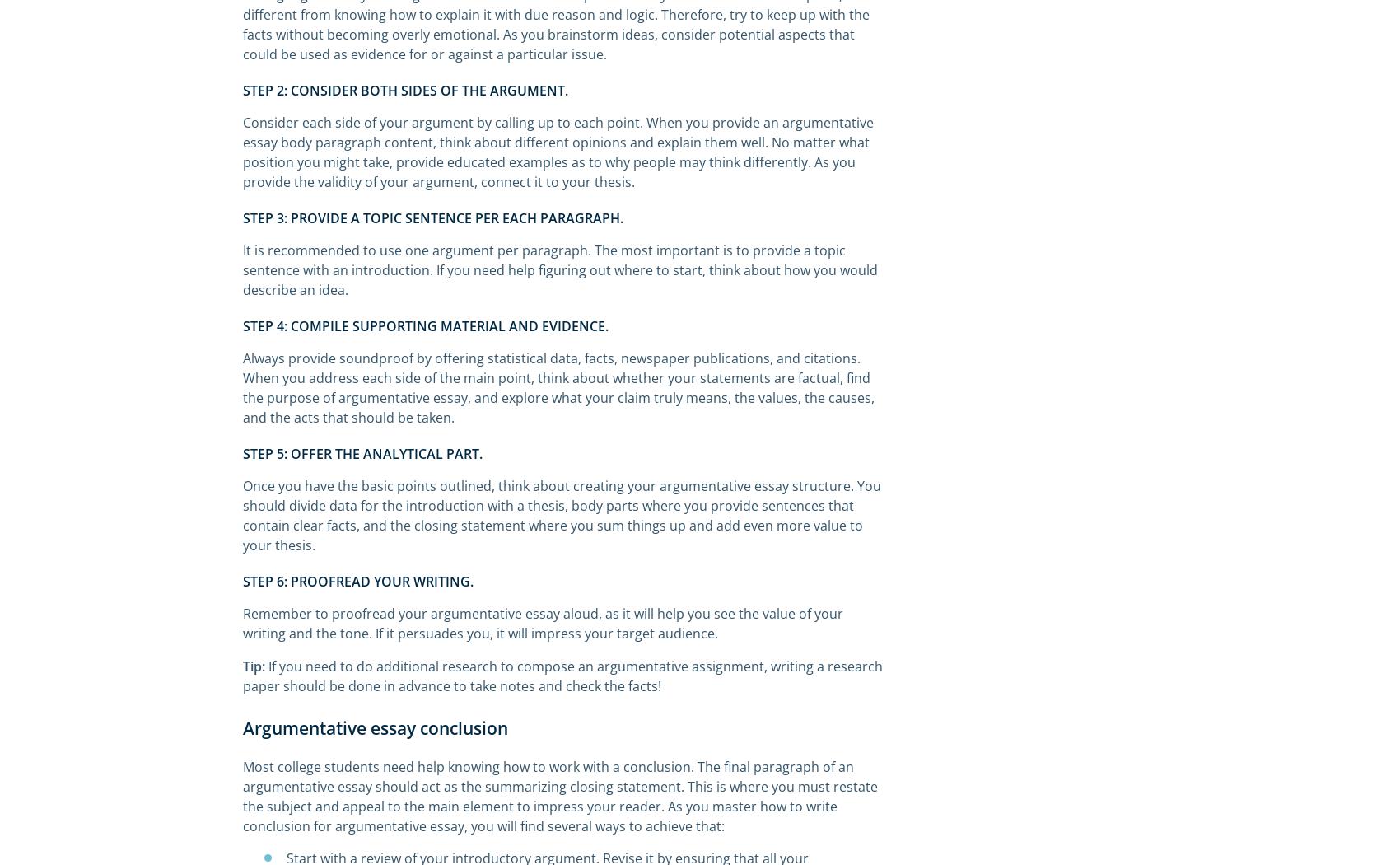 The height and width of the screenshot is (865, 1400). I want to click on 'Tip:', so click(242, 666).